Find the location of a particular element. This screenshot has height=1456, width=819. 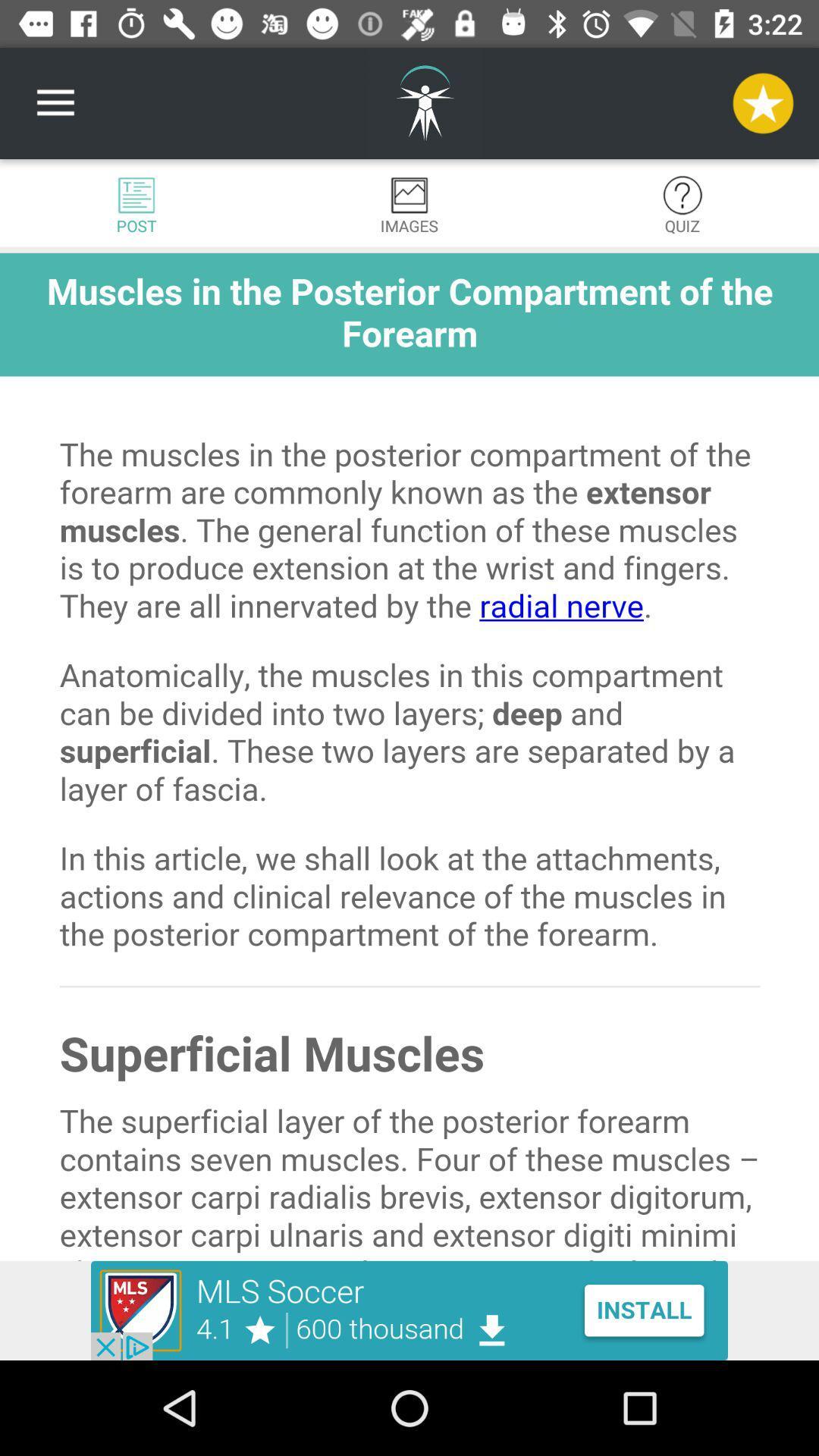

advertisement for mls soccer app is located at coordinates (409, 1310).